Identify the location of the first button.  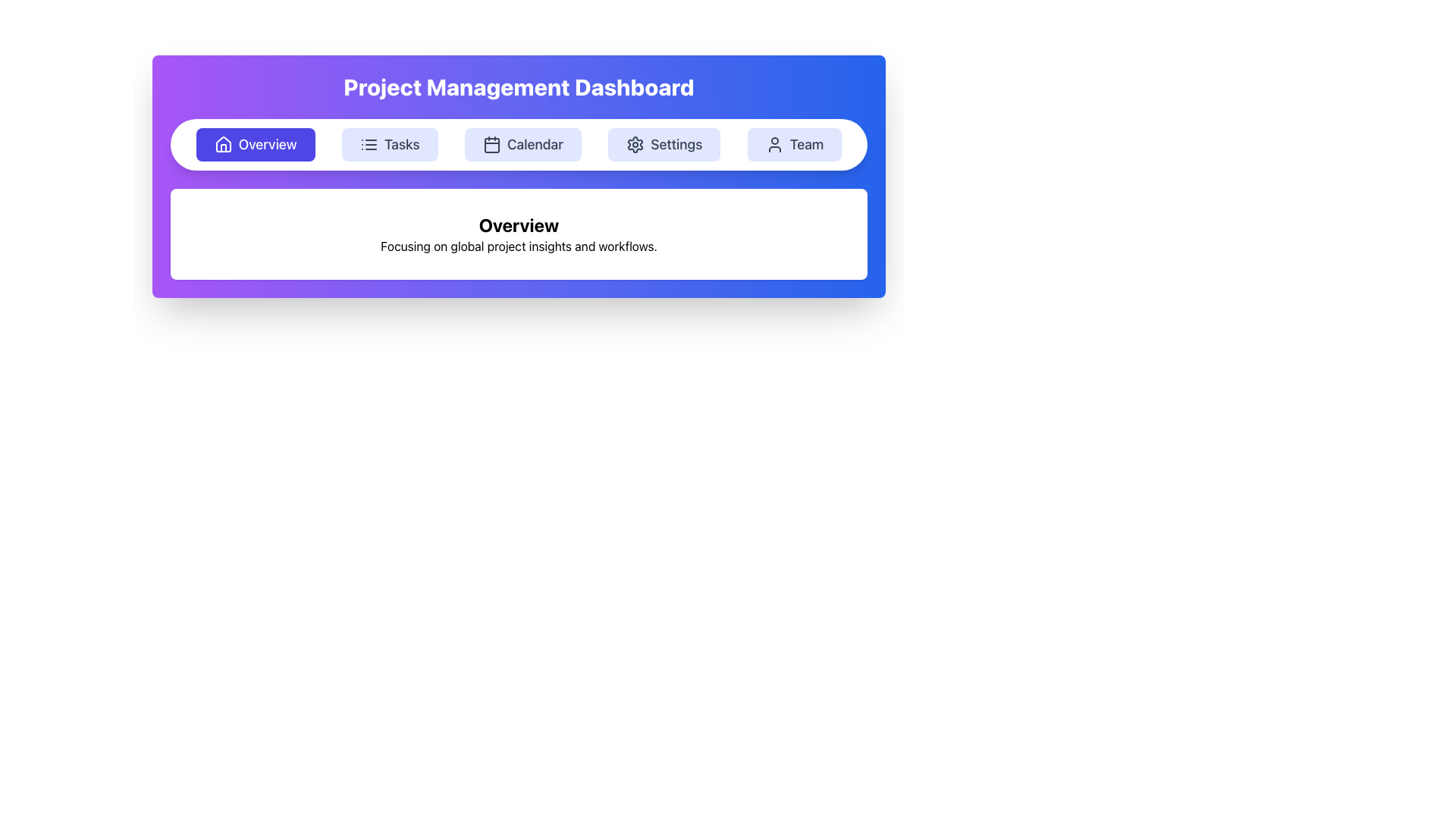
(255, 145).